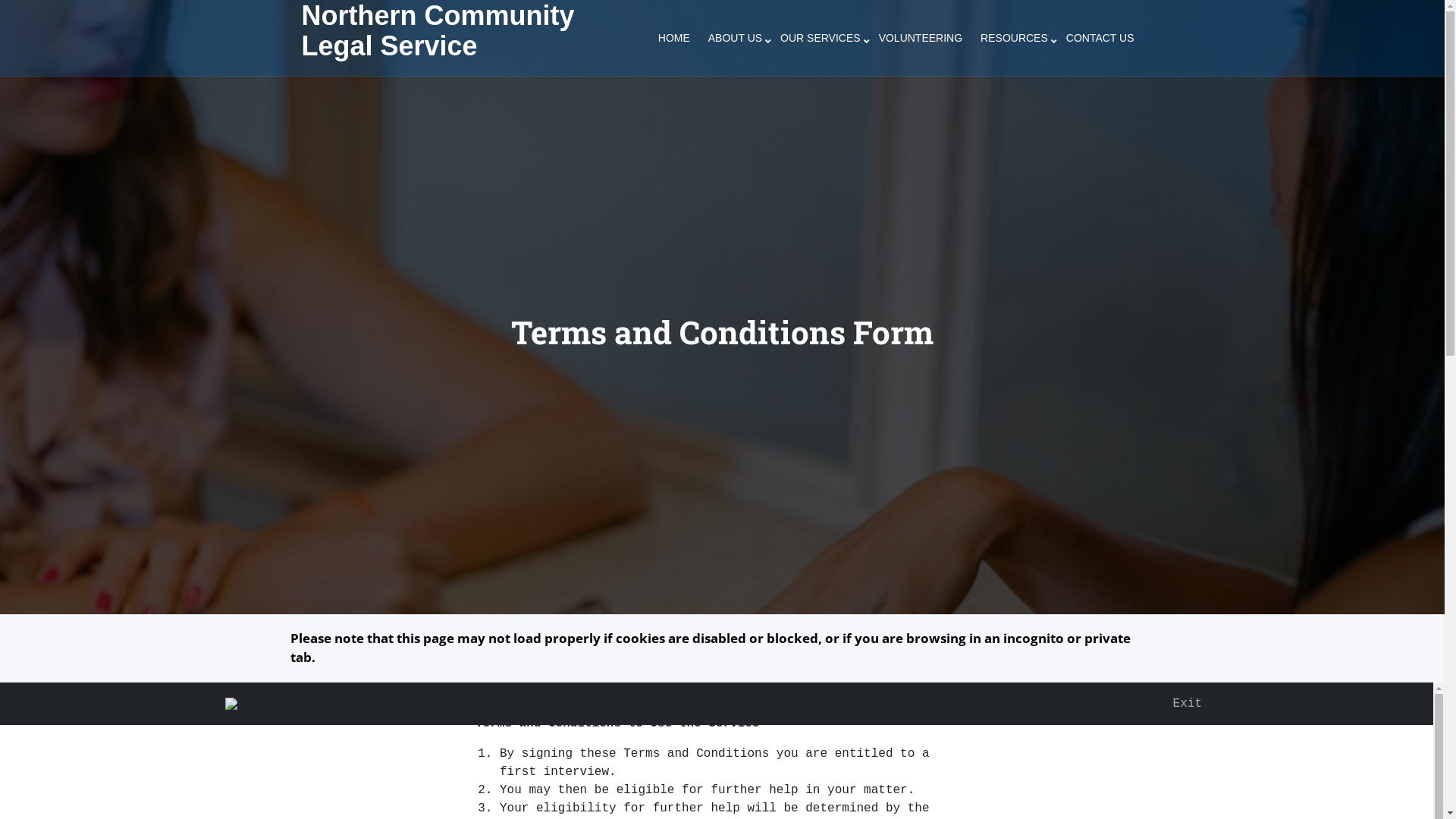 The height and width of the screenshot is (819, 1456). I want to click on 'CONTACT US', so click(1100, 37).